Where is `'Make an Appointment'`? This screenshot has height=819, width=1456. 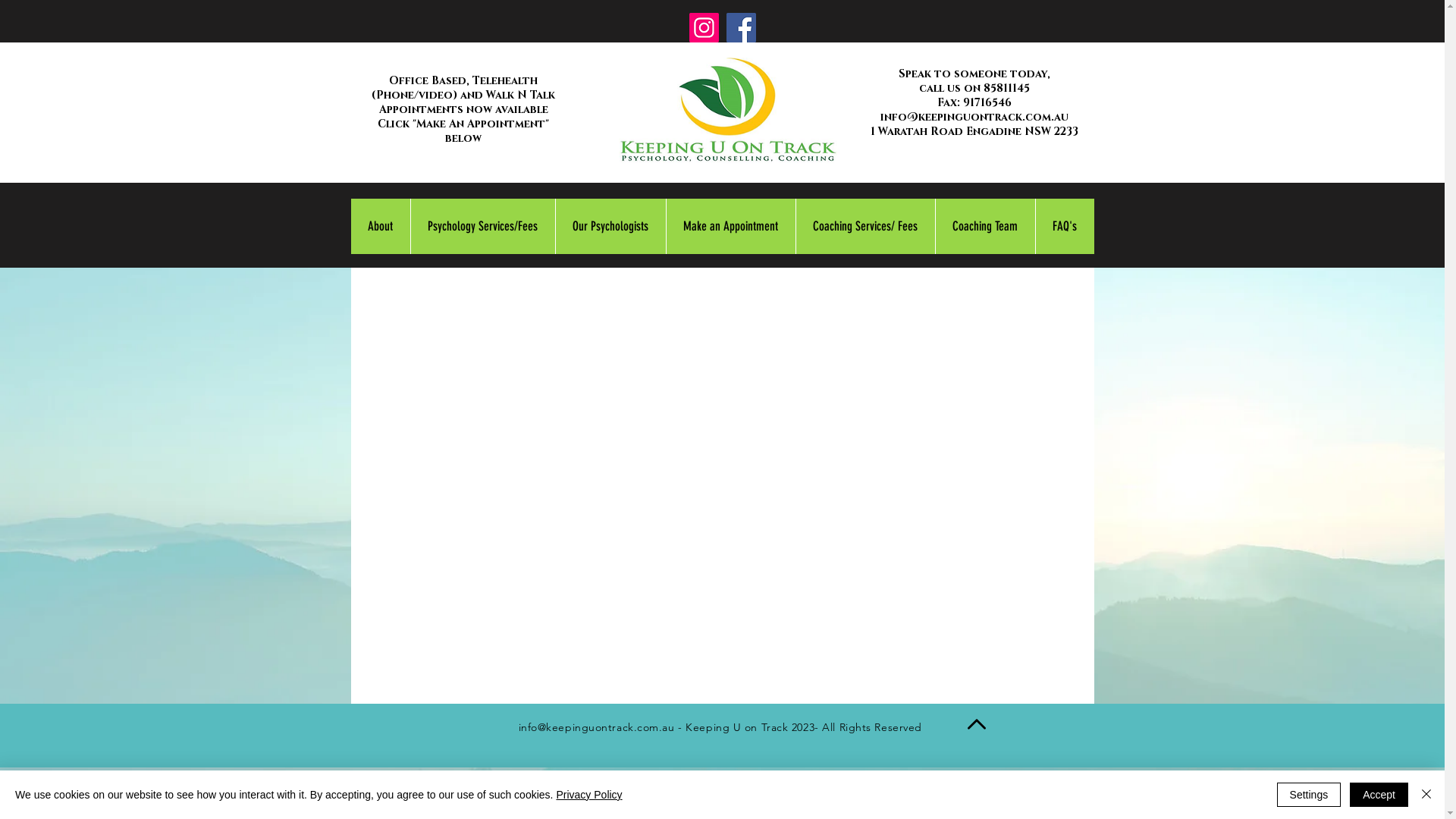
'Make an Appointment' is located at coordinates (730, 226).